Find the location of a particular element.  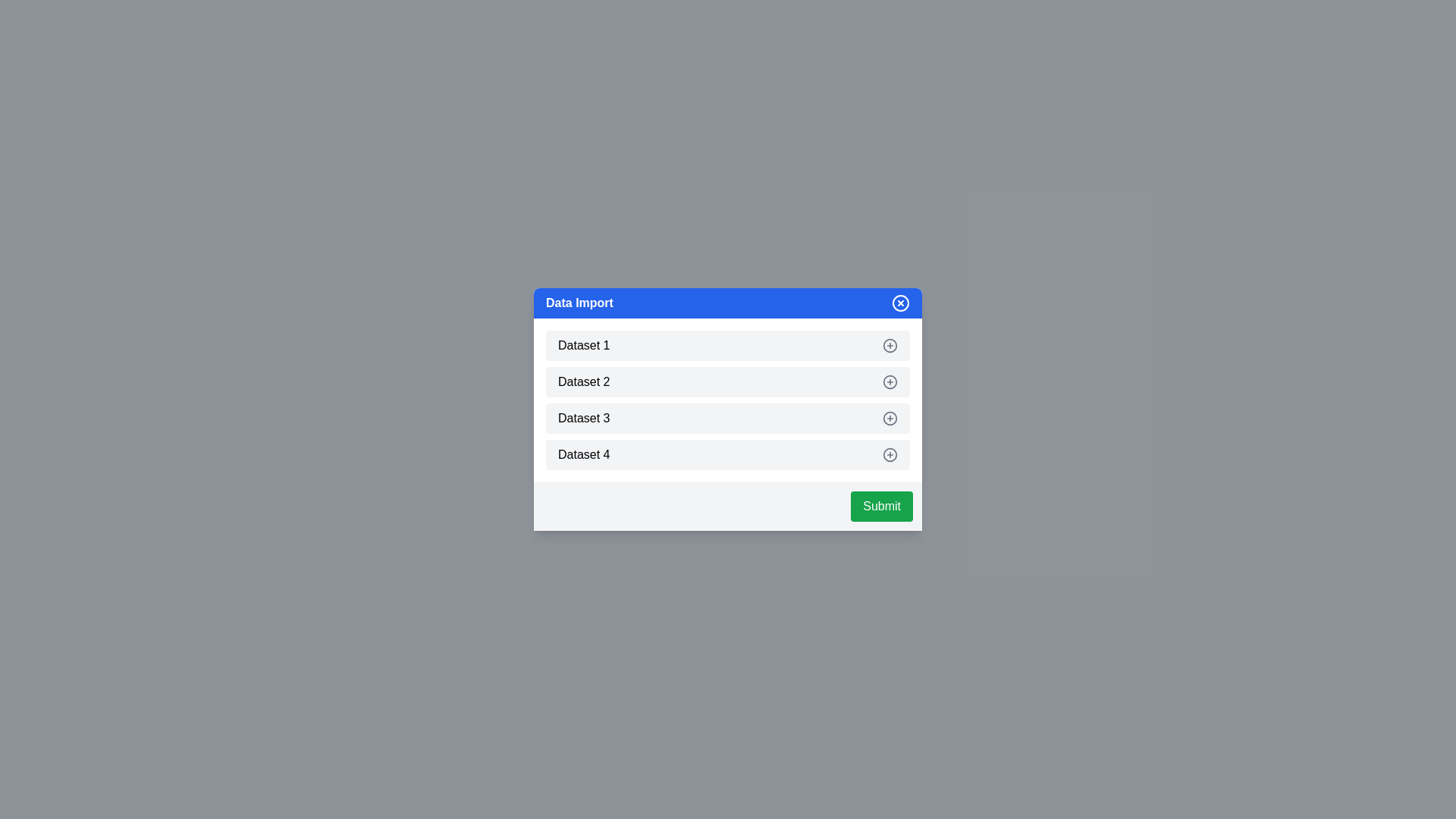

the dataset item Dataset 3 to provide visual feedback is located at coordinates (728, 418).